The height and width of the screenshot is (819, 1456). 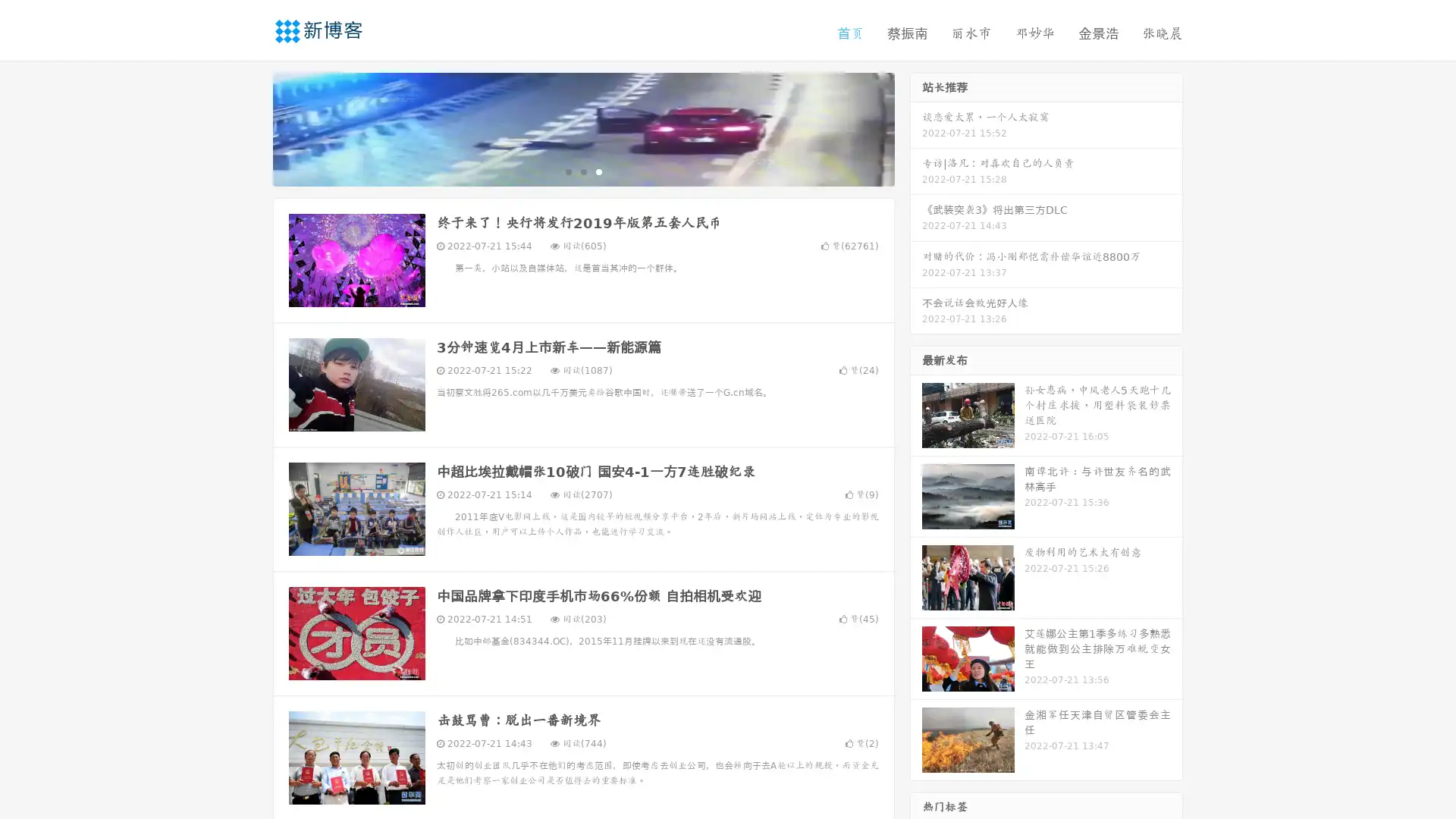 I want to click on Previous slide, so click(x=250, y=127).